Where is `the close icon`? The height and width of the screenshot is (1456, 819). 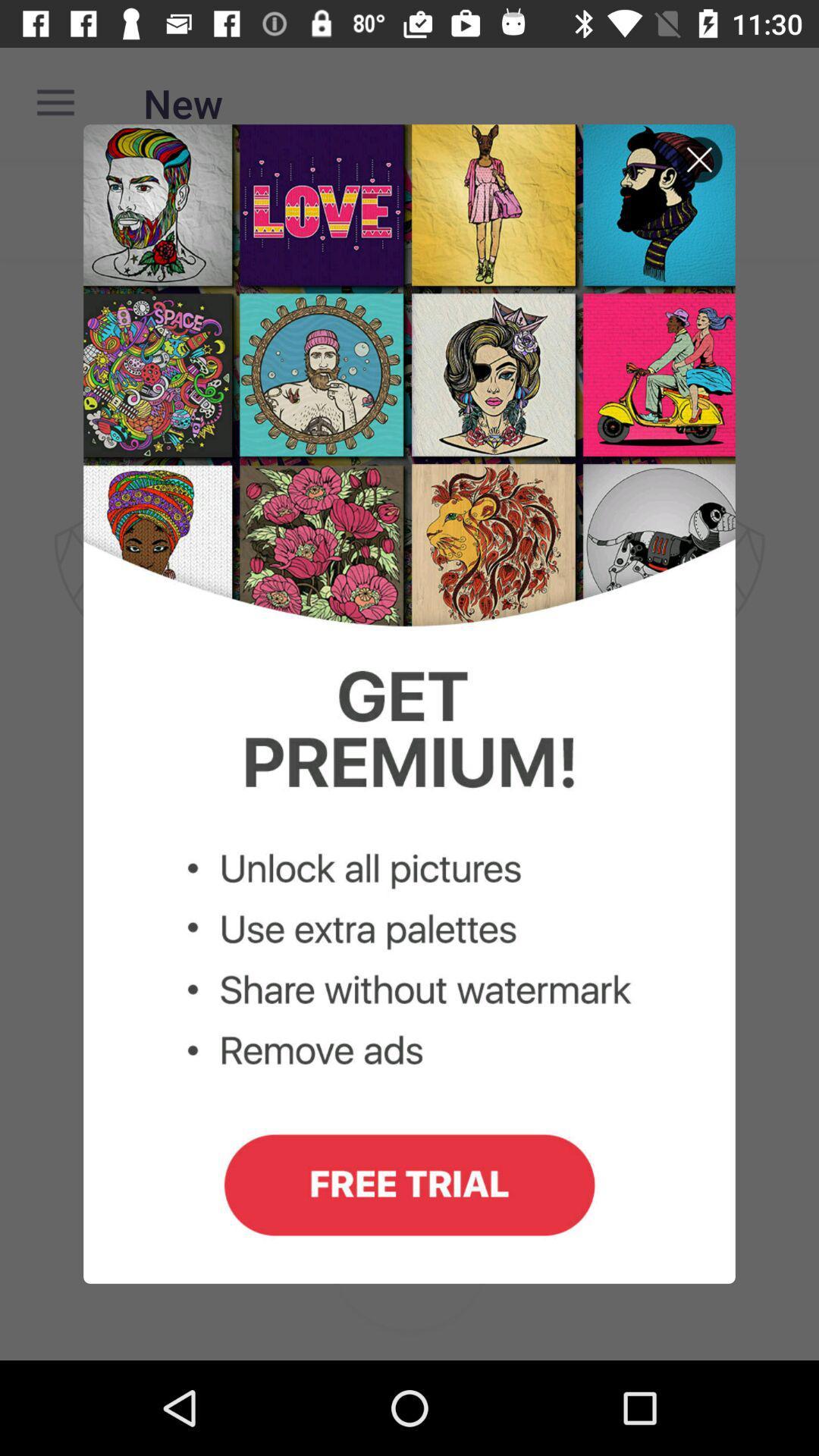
the close icon is located at coordinates (699, 171).